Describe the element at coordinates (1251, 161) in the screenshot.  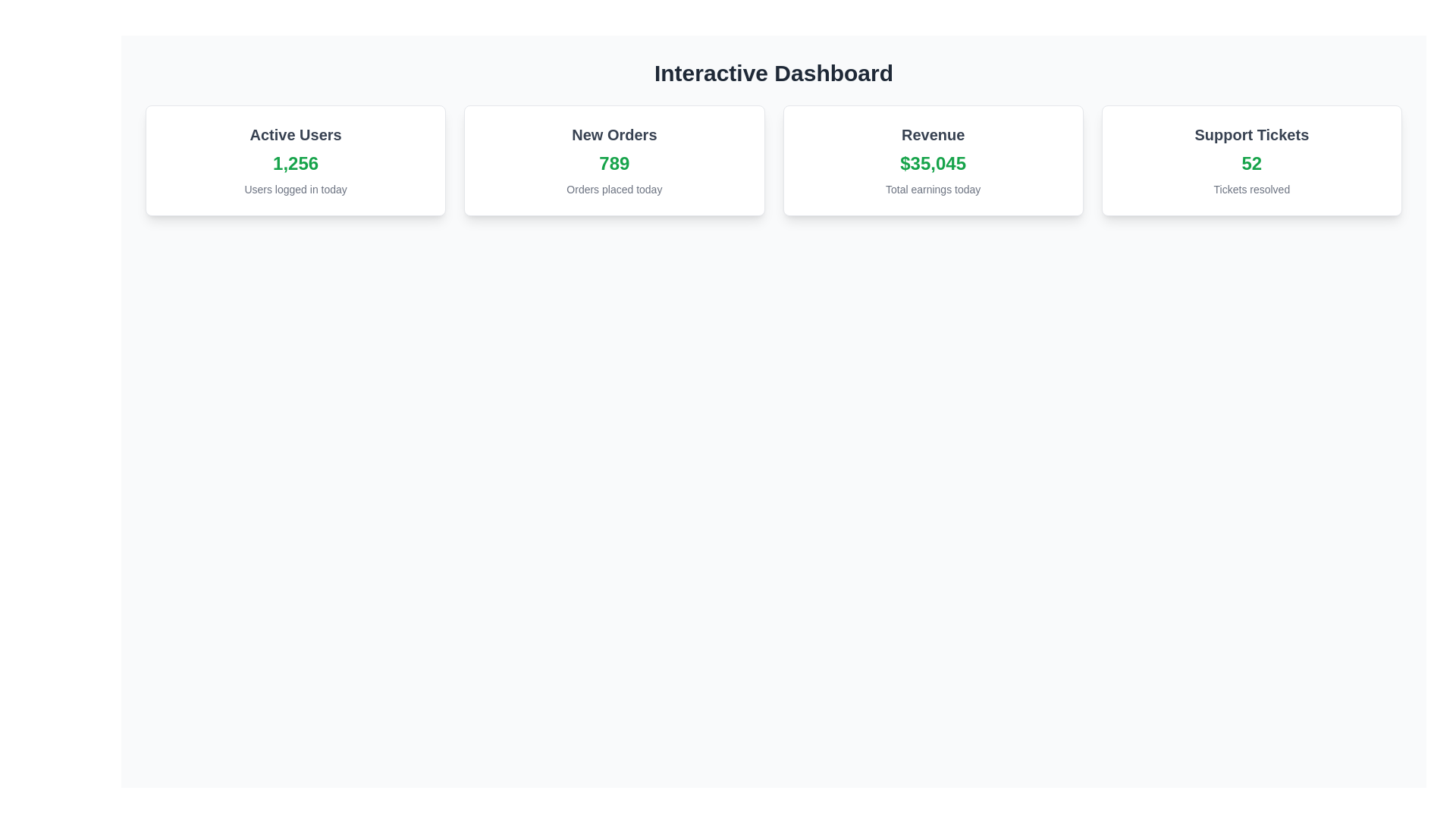
I see `the Informational Card displaying the number of support tickets resolved, which is the fourth card in the grid layout located in the top right corner adjacent to the 'Revenue' card` at that location.